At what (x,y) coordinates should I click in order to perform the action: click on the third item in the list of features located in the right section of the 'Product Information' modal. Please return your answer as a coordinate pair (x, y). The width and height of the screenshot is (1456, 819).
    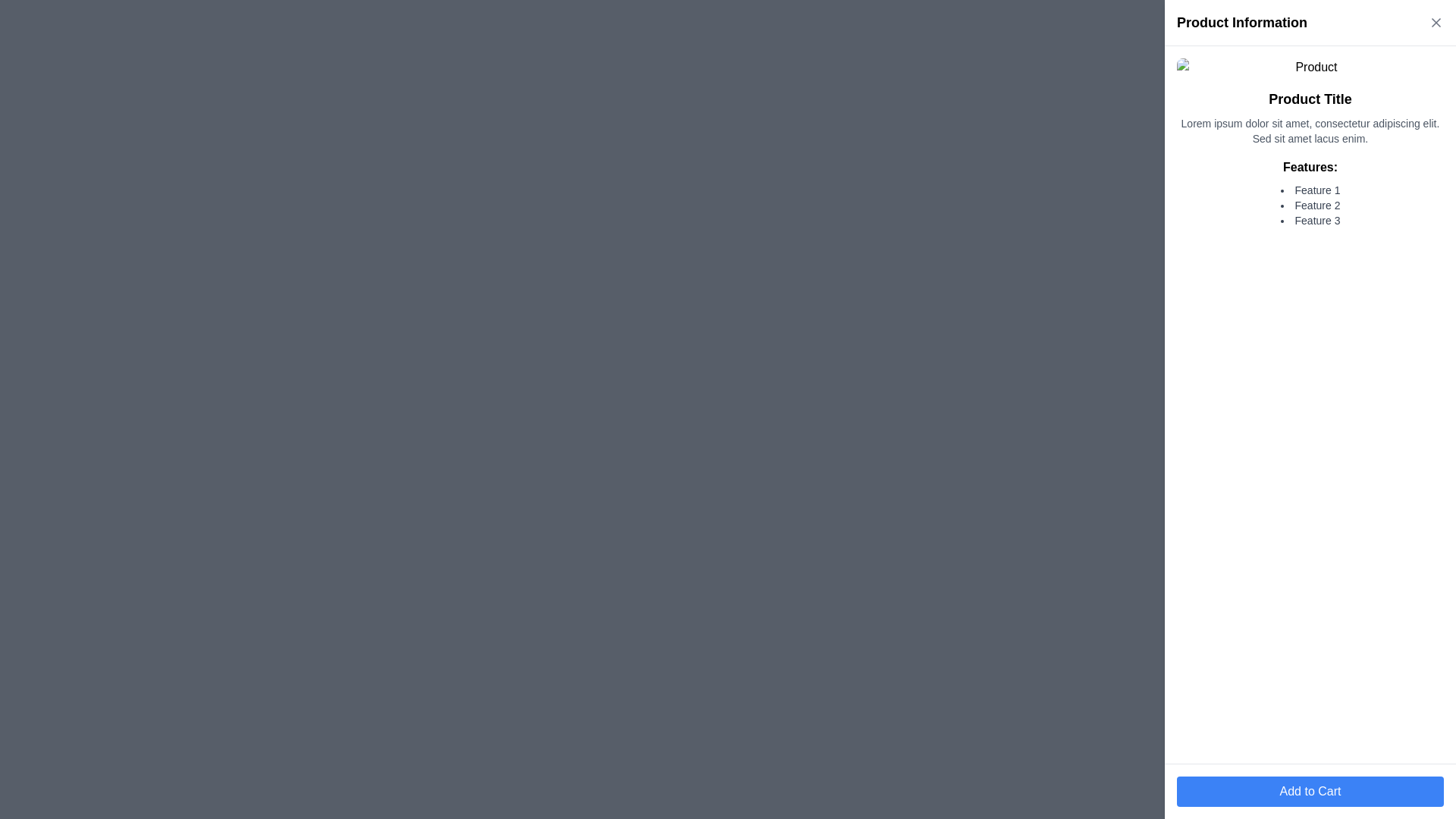
    Looking at the image, I should click on (1310, 220).